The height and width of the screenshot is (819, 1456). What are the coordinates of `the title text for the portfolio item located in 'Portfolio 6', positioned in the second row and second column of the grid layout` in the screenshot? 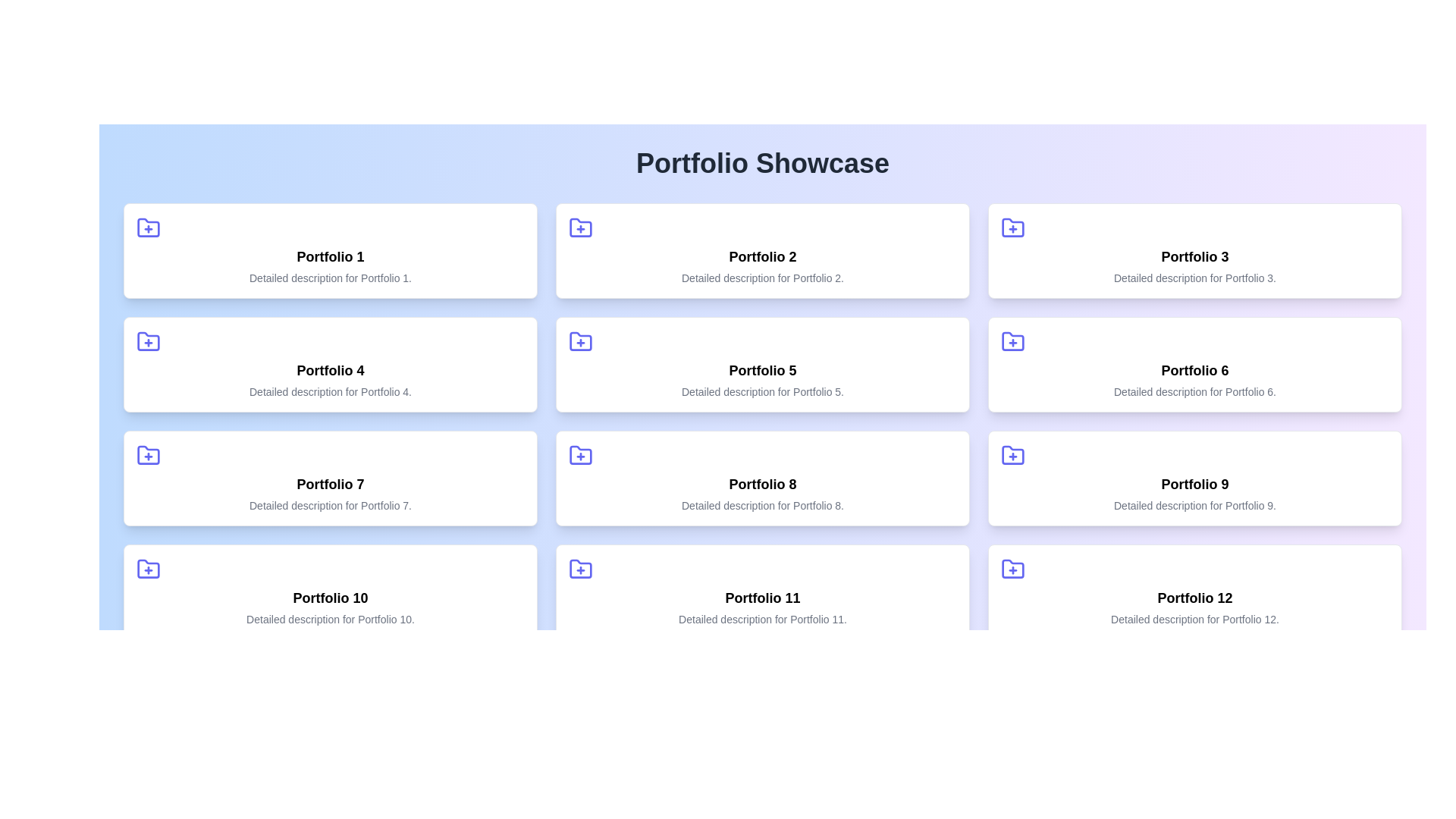 It's located at (1194, 371).